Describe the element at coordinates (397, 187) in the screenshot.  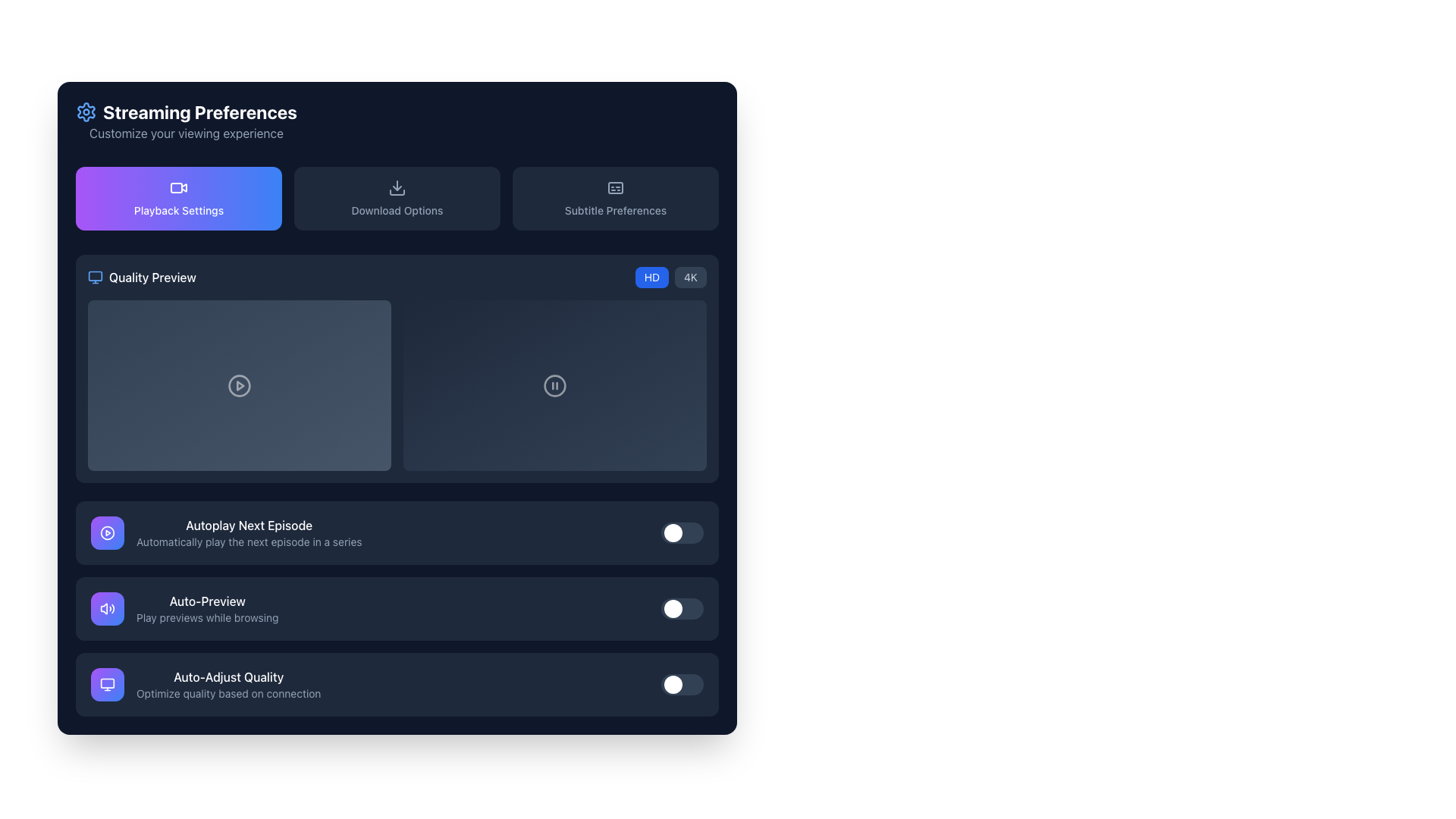
I see `the 'Download Options' button which contains the graphical icon indicating download actions, located as the second option in the horizontal menu at the top of the interface` at that location.